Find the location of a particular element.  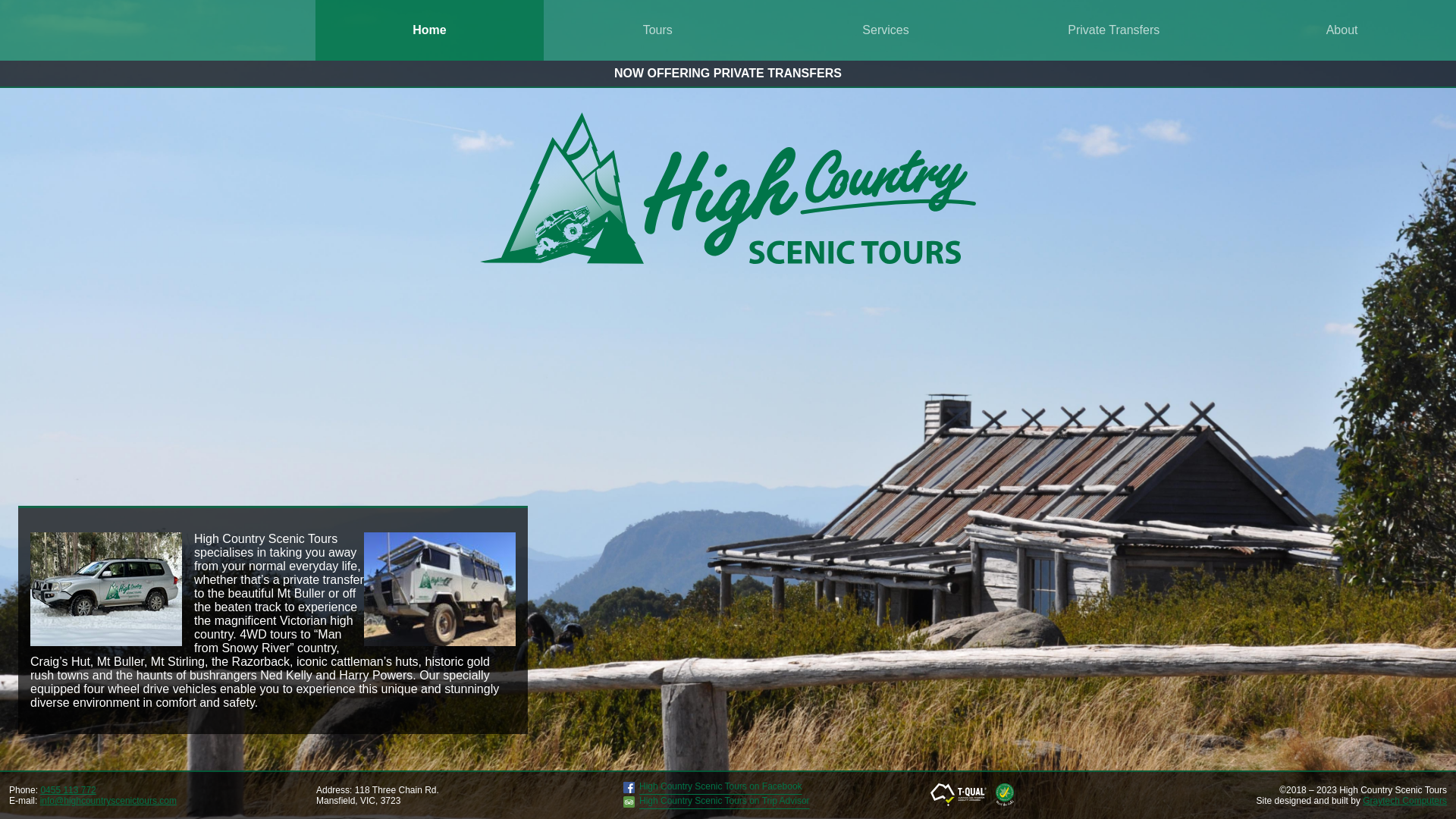

'Services' is located at coordinates (886, 30).